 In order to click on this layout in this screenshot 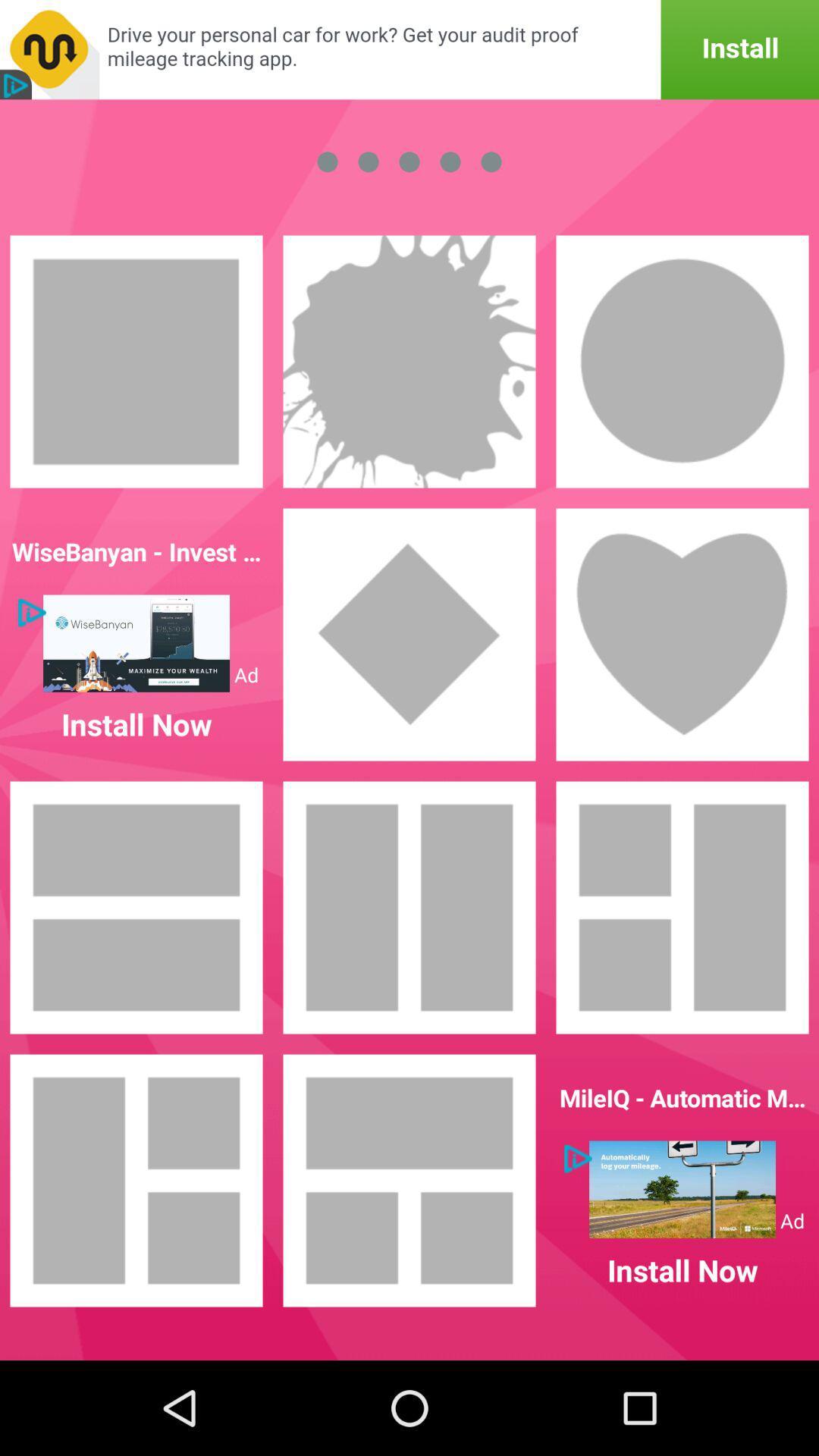, I will do `click(136, 1179)`.